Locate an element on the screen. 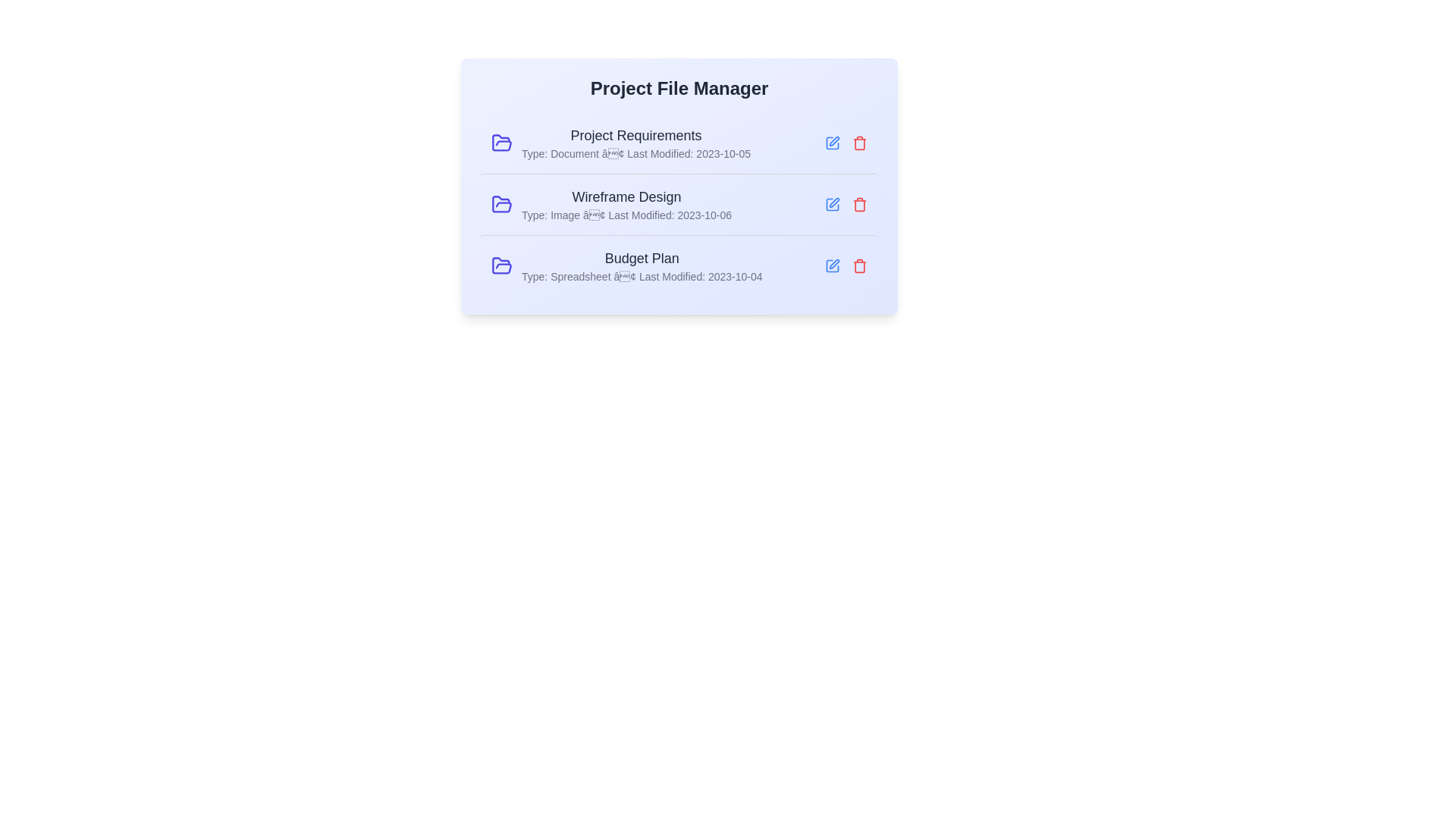 The image size is (1456, 819). the file named Budget Plan to view its details is located at coordinates (679, 265).